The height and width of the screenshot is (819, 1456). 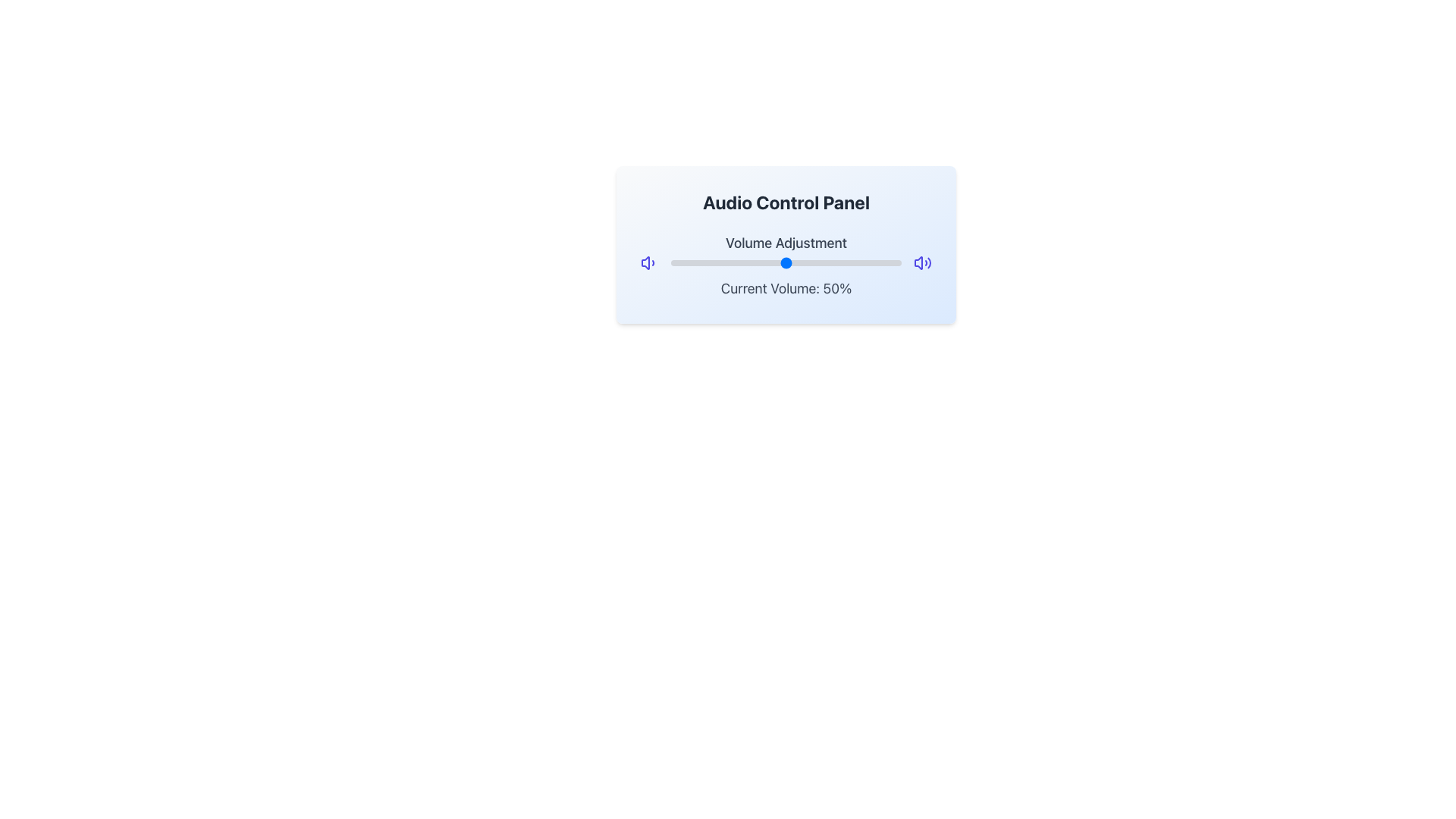 What do you see at coordinates (838, 262) in the screenshot?
I see `the slider` at bounding box center [838, 262].